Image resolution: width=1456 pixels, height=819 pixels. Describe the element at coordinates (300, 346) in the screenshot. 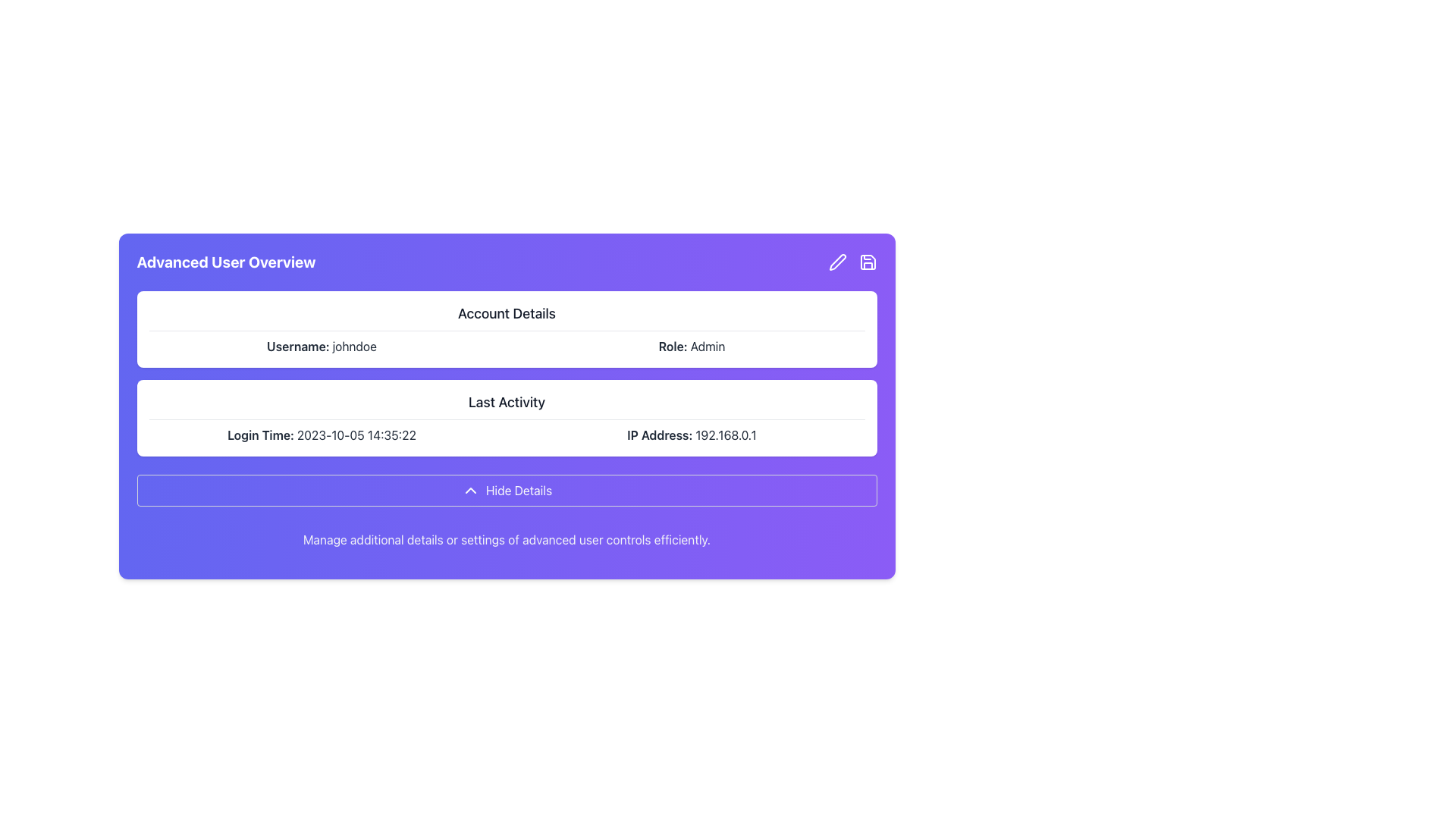

I see `text label that displays 'Username:' in bold font, positioned to the left of the text 'johndoe'` at that location.